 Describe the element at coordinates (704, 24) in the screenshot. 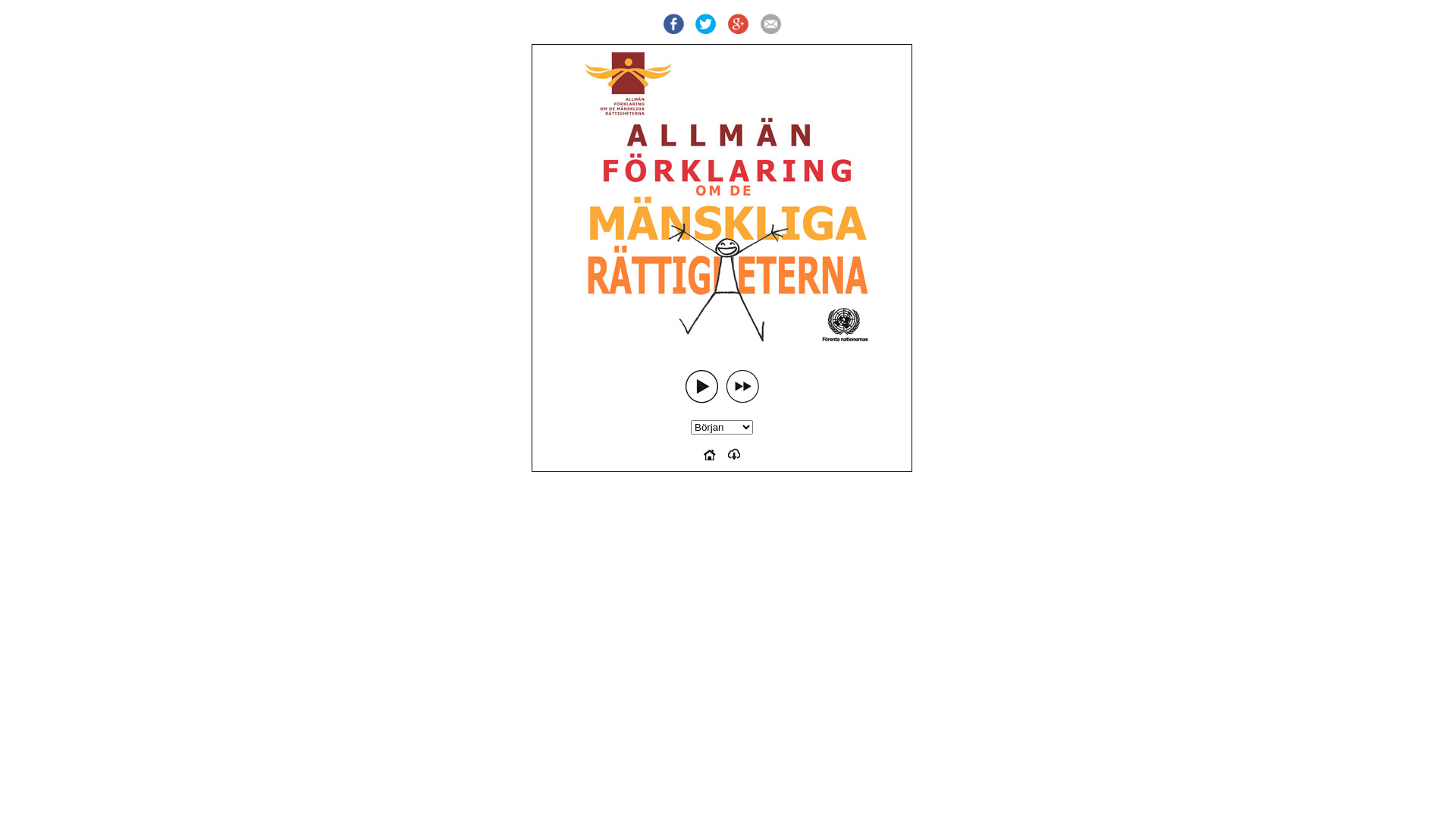

I see `'Twitter'` at that location.